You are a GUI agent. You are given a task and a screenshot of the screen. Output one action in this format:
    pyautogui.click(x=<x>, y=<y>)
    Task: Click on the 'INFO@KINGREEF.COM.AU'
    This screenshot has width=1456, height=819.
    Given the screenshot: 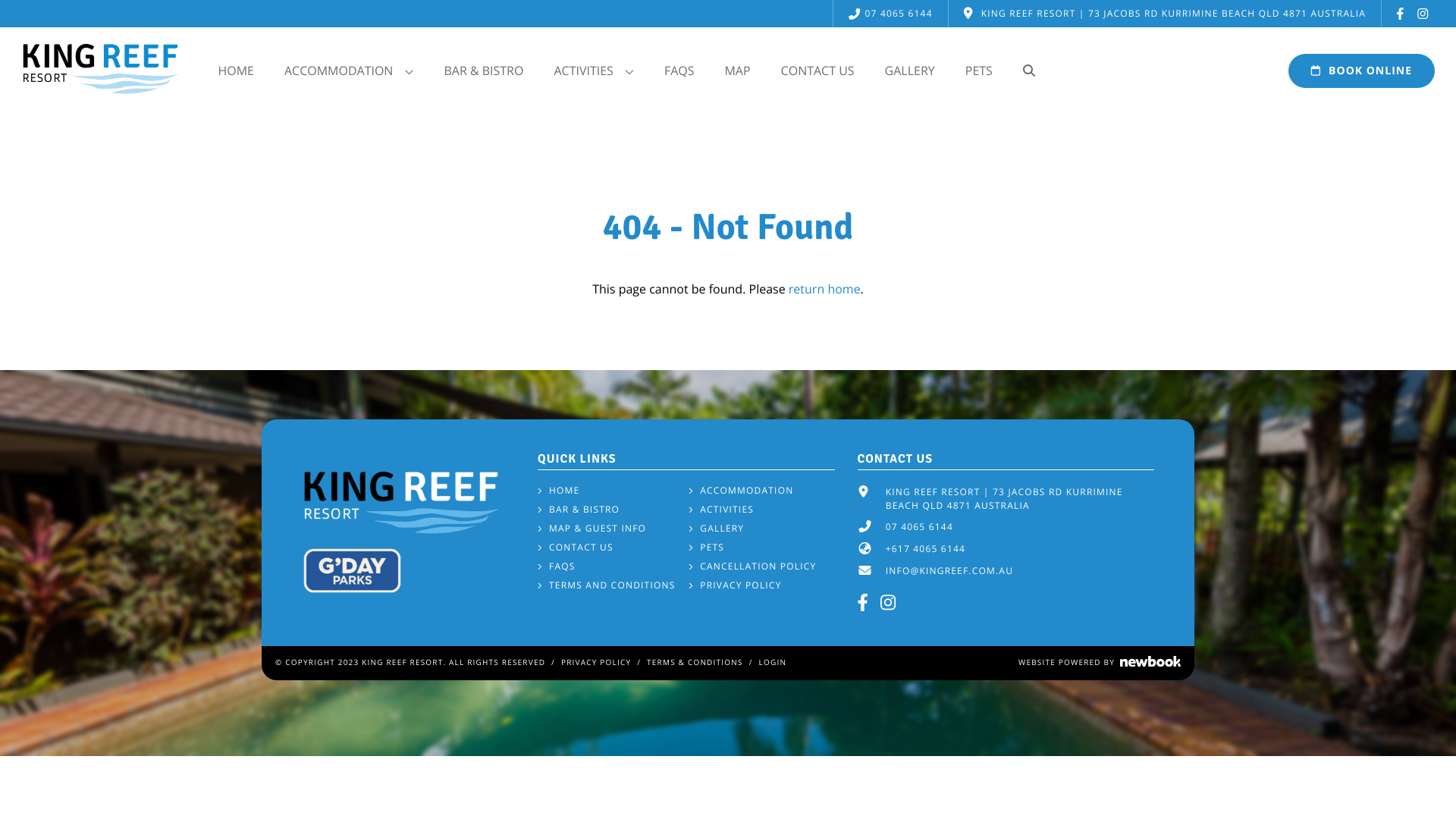 What is the action you would take?
    pyautogui.click(x=949, y=570)
    